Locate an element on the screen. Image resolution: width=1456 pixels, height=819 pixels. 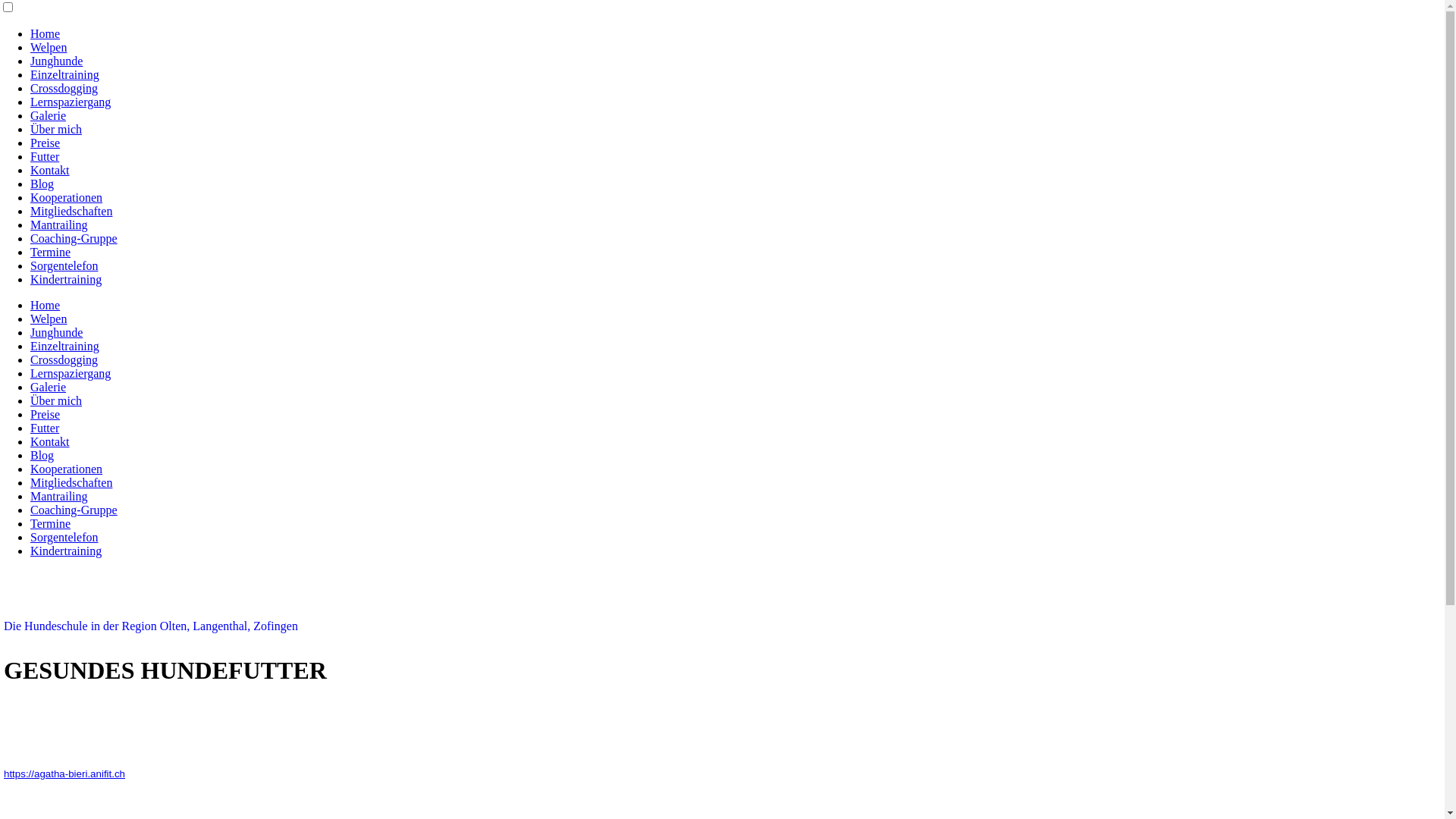
'Kontakt' is located at coordinates (50, 170).